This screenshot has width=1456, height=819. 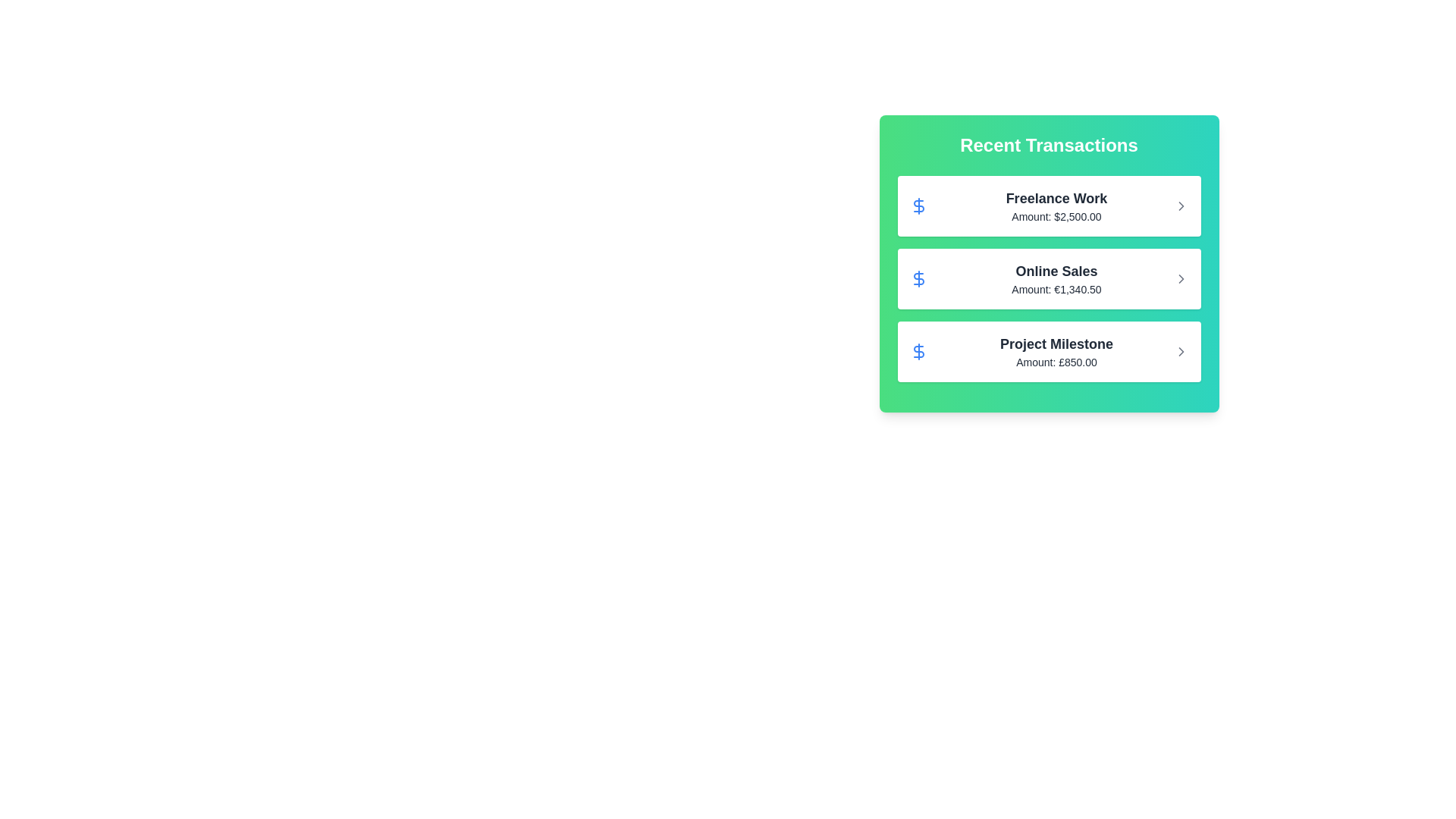 I want to click on the blue dollar sign icon which is part of the 'Online Sales' transaction details, located in the second row to the left of the text 'Online Sales Amount: €1,340.50', so click(x=918, y=278).